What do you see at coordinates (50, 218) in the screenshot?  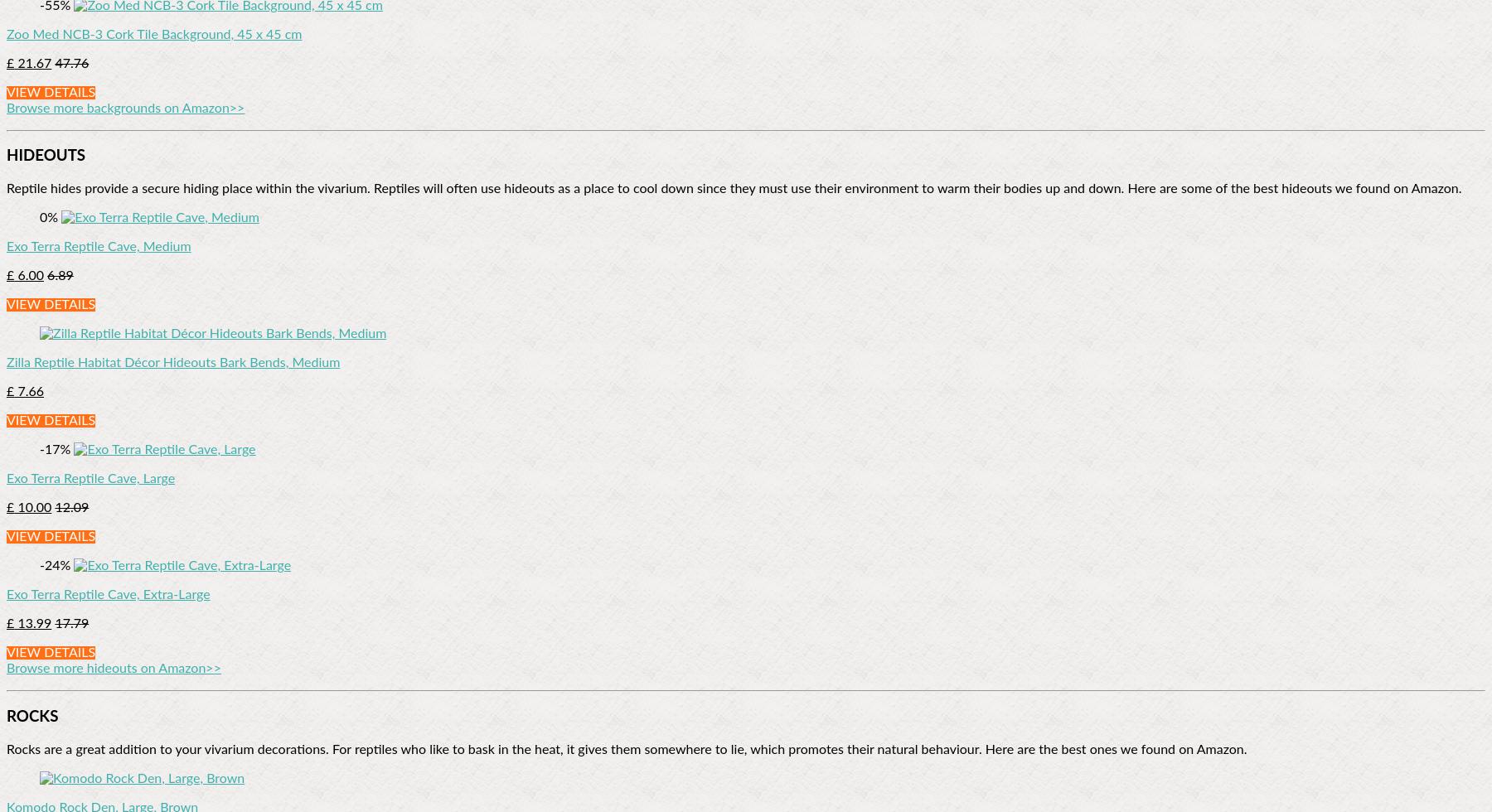 I see `'0%'` at bounding box center [50, 218].